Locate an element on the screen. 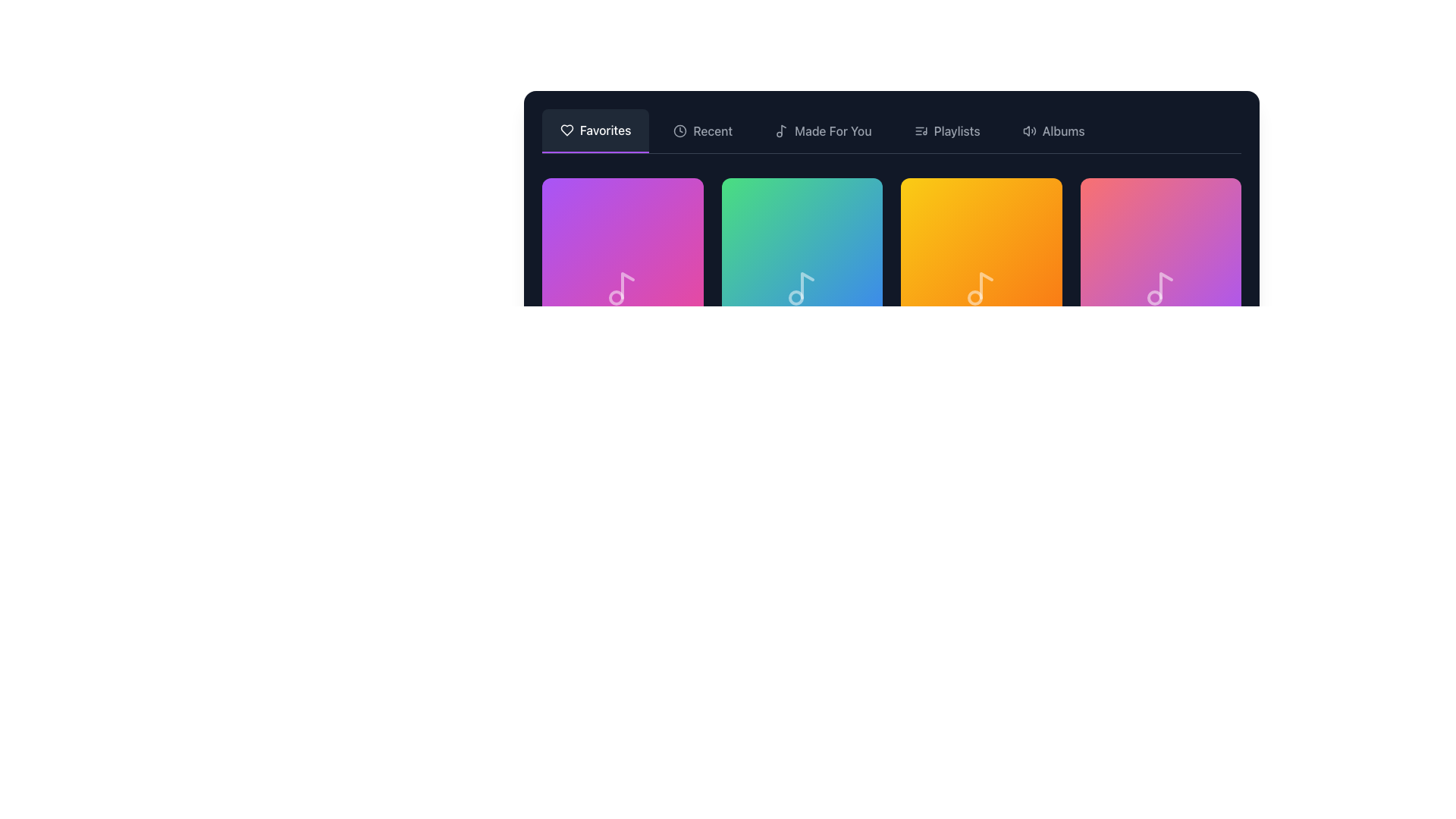  the second tab button in the horizontal navigation bar, which is intended for displaying recent activities, located between the 'Favorites' and 'Made For You' buttons is located at coordinates (702, 130).